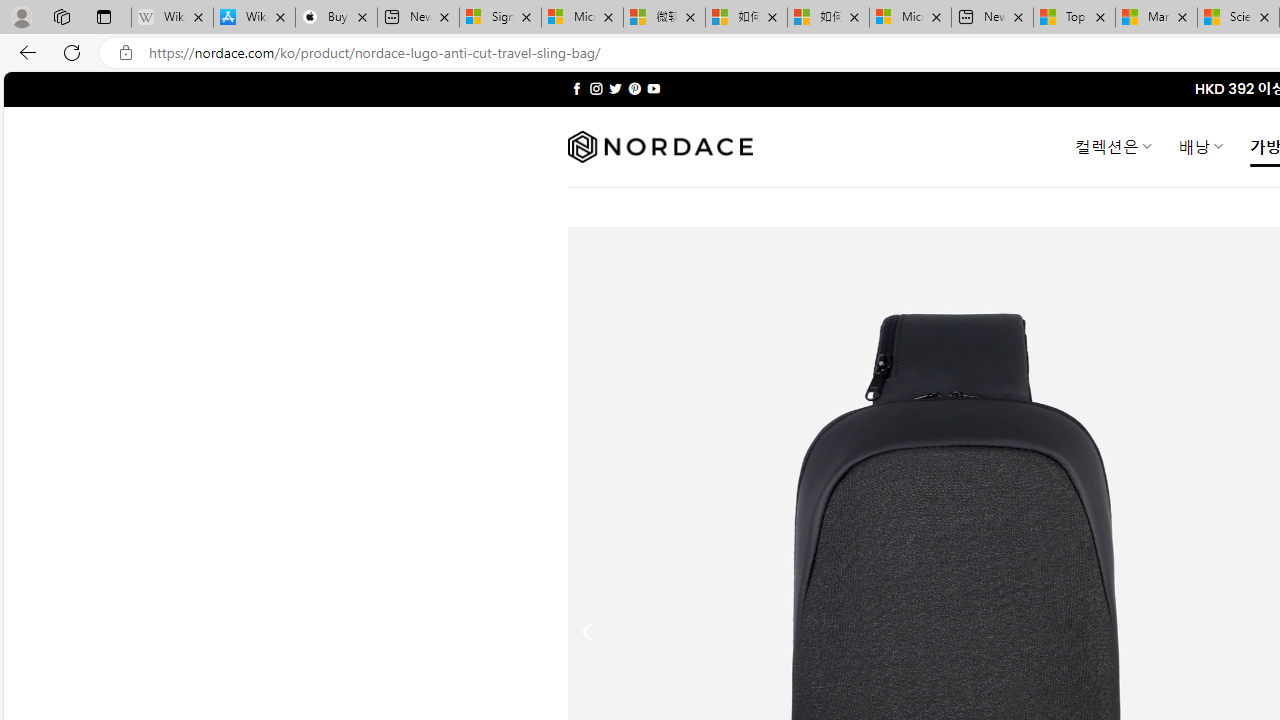 This screenshot has height=720, width=1280. Describe the element at coordinates (614, 88) in the screenshot. I see `'Follow on Twitter'` at that location.